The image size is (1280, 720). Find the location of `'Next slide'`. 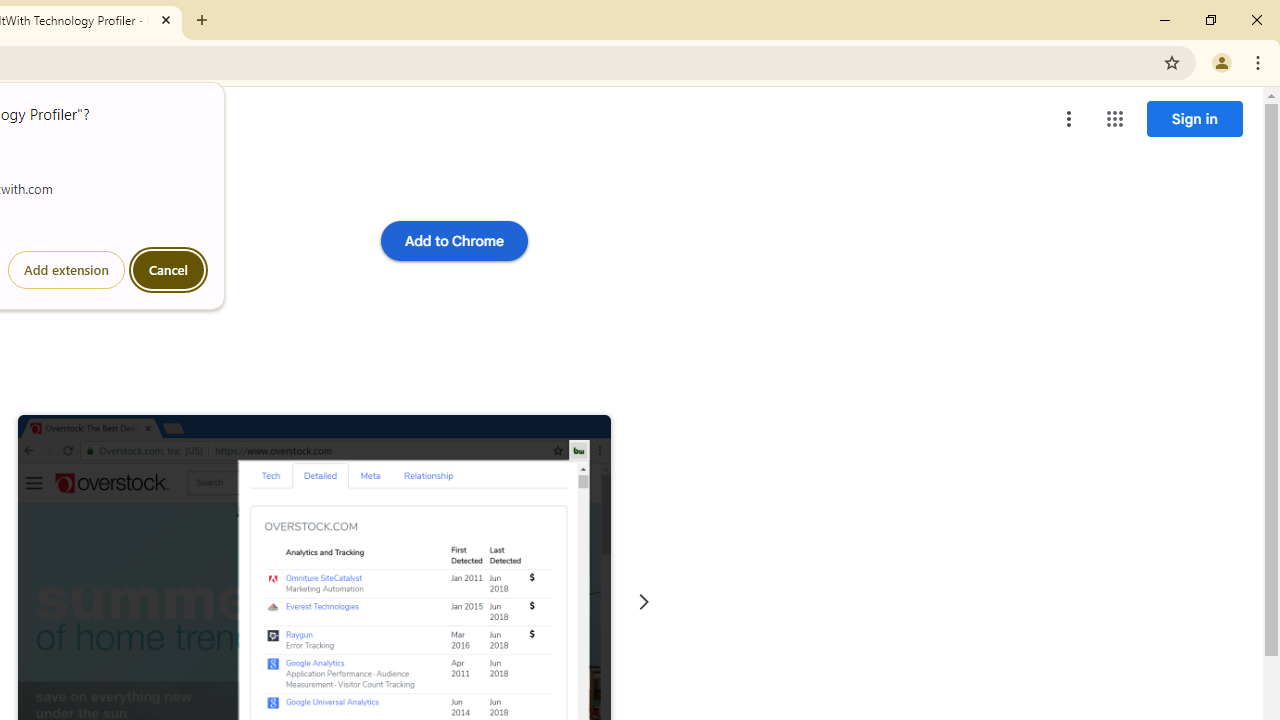

'Next slide' is located at coordinates (643, 601).